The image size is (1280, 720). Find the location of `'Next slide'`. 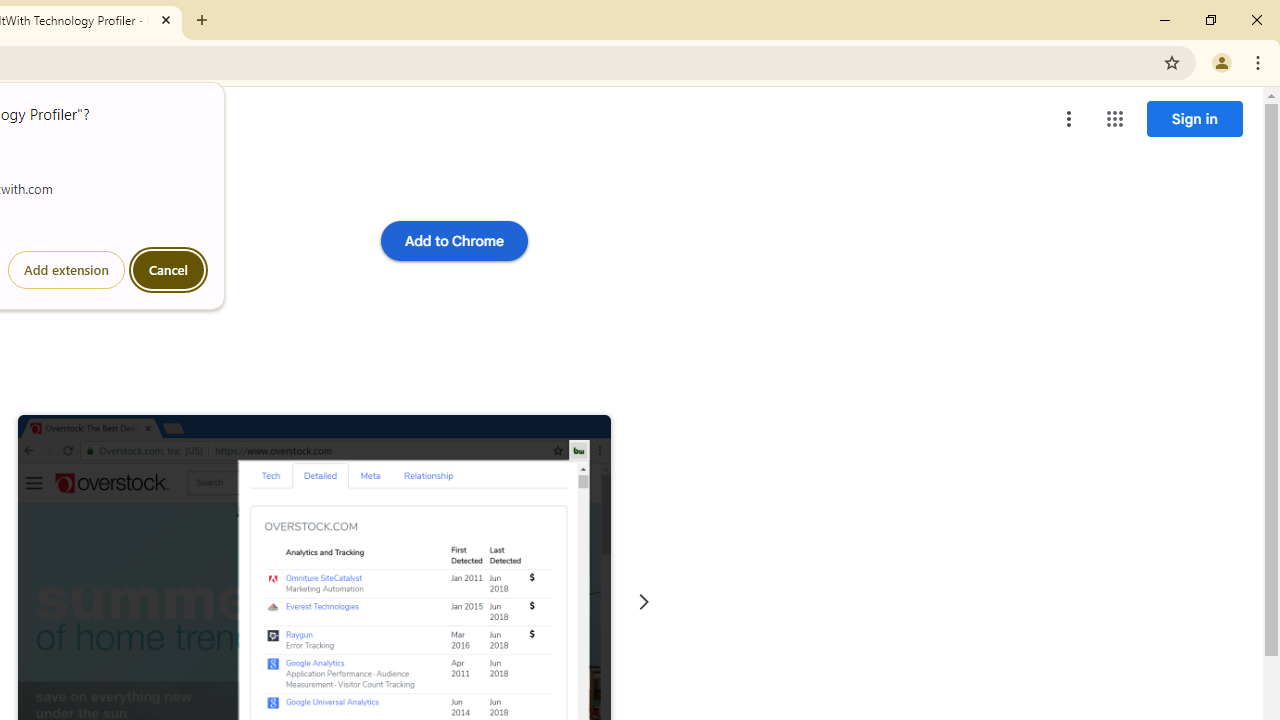

'Next slide' is located at coordinates (643, 601).